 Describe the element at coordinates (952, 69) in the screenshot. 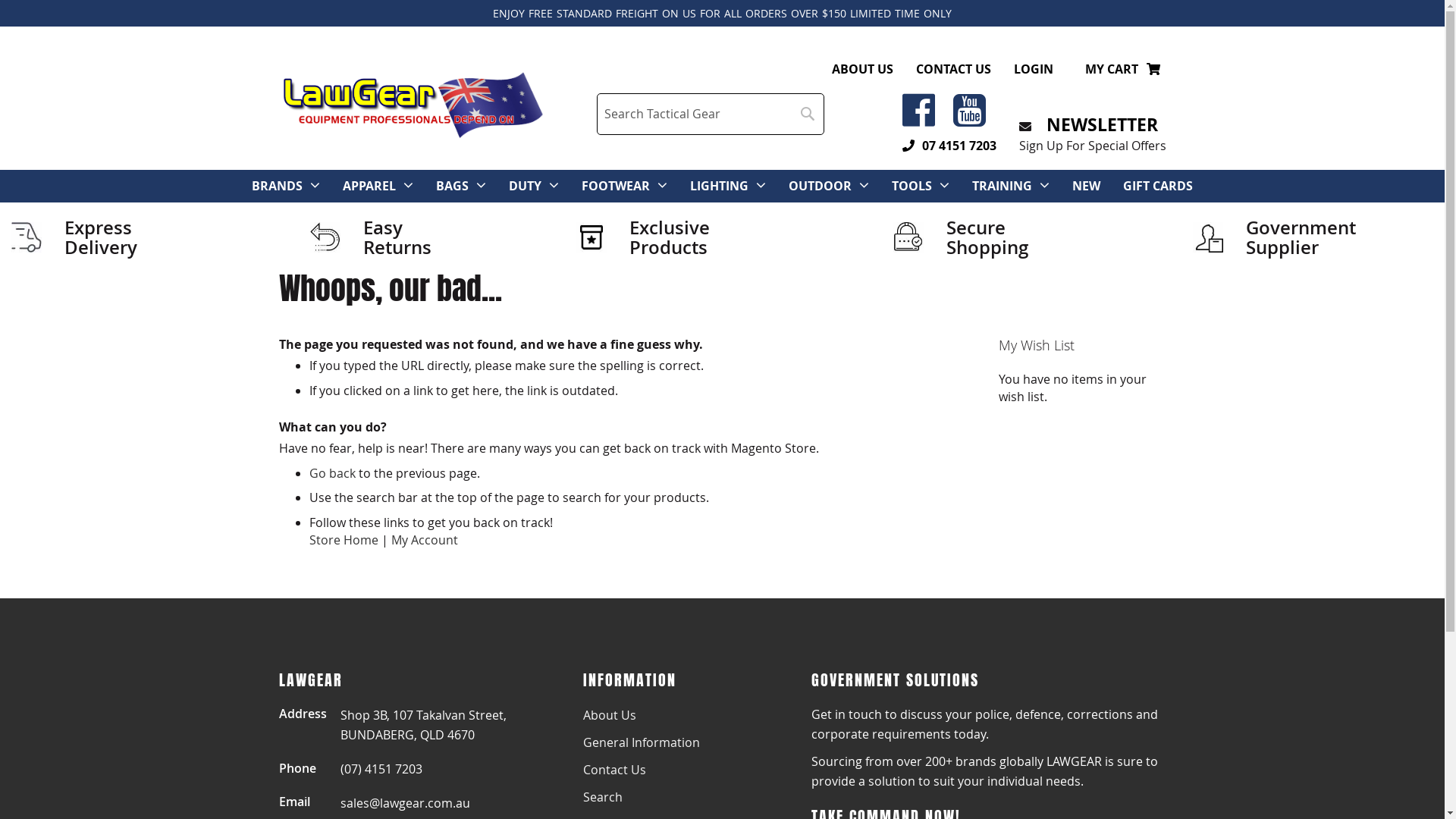

I see `'CONTACT US'` at that location.